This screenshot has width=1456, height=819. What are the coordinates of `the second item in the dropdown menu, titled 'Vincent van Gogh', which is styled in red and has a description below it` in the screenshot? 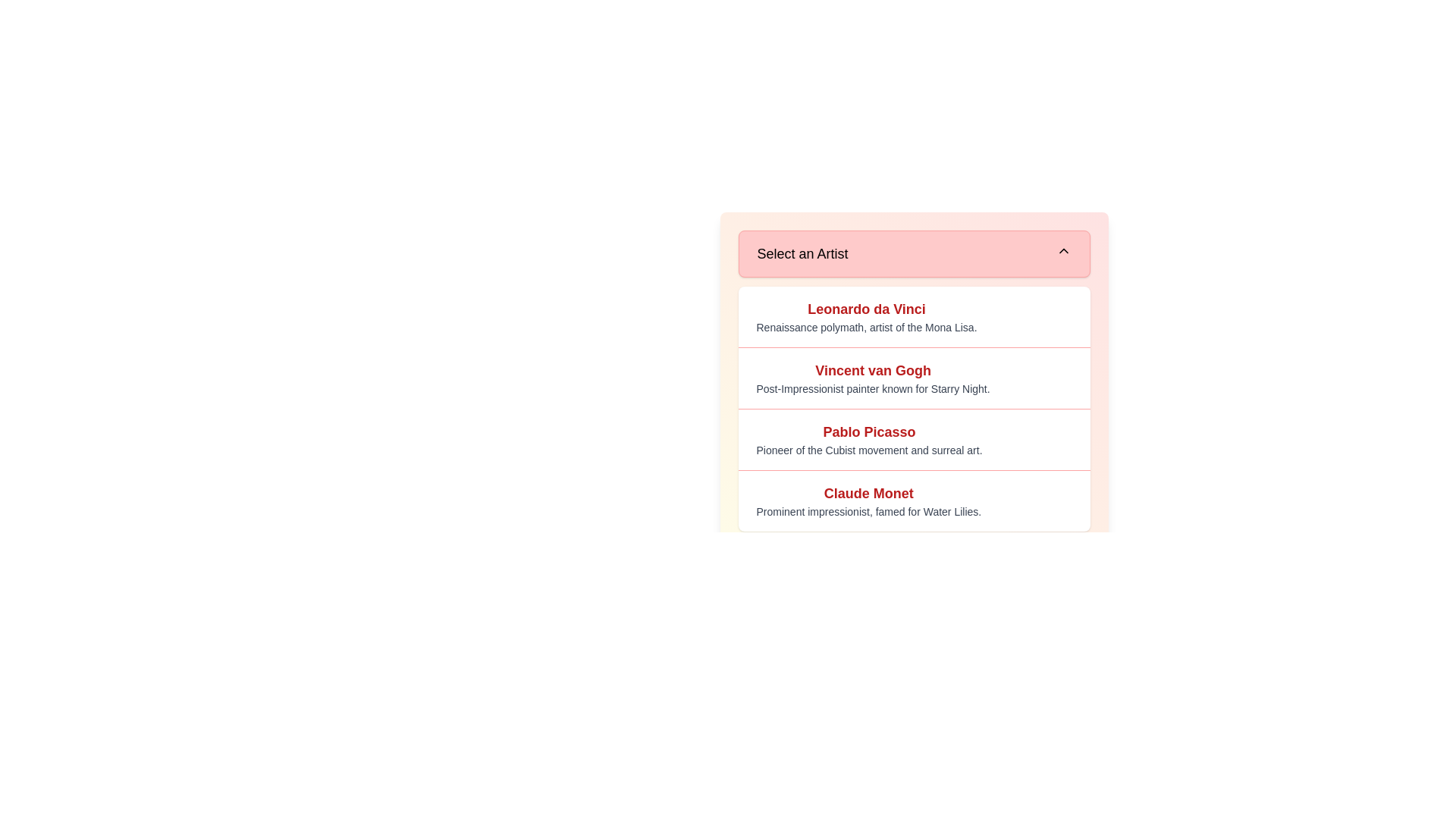 It's located at (913, 348).